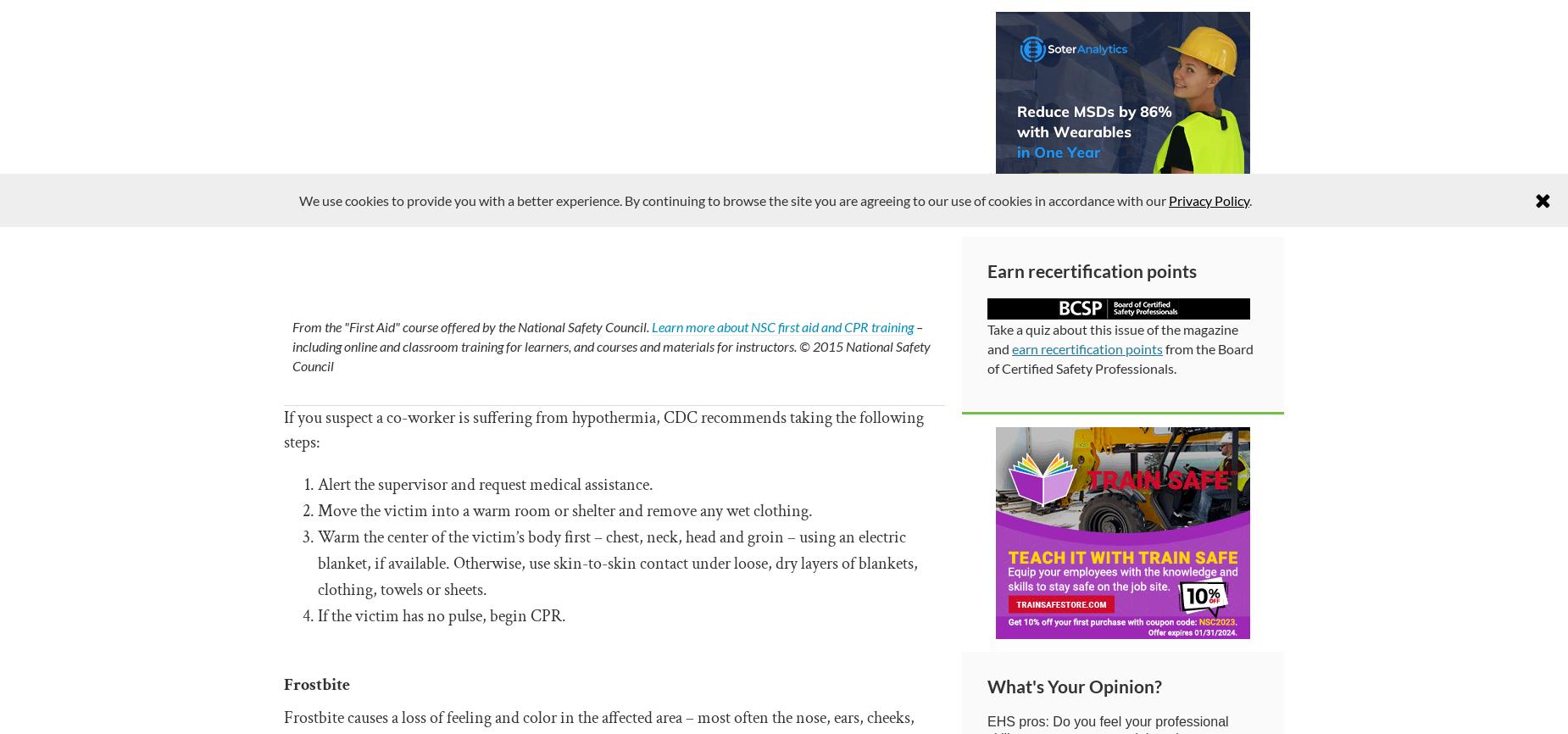 The image size is (1568, 734). I want to click on '.', so click(1250, 198).